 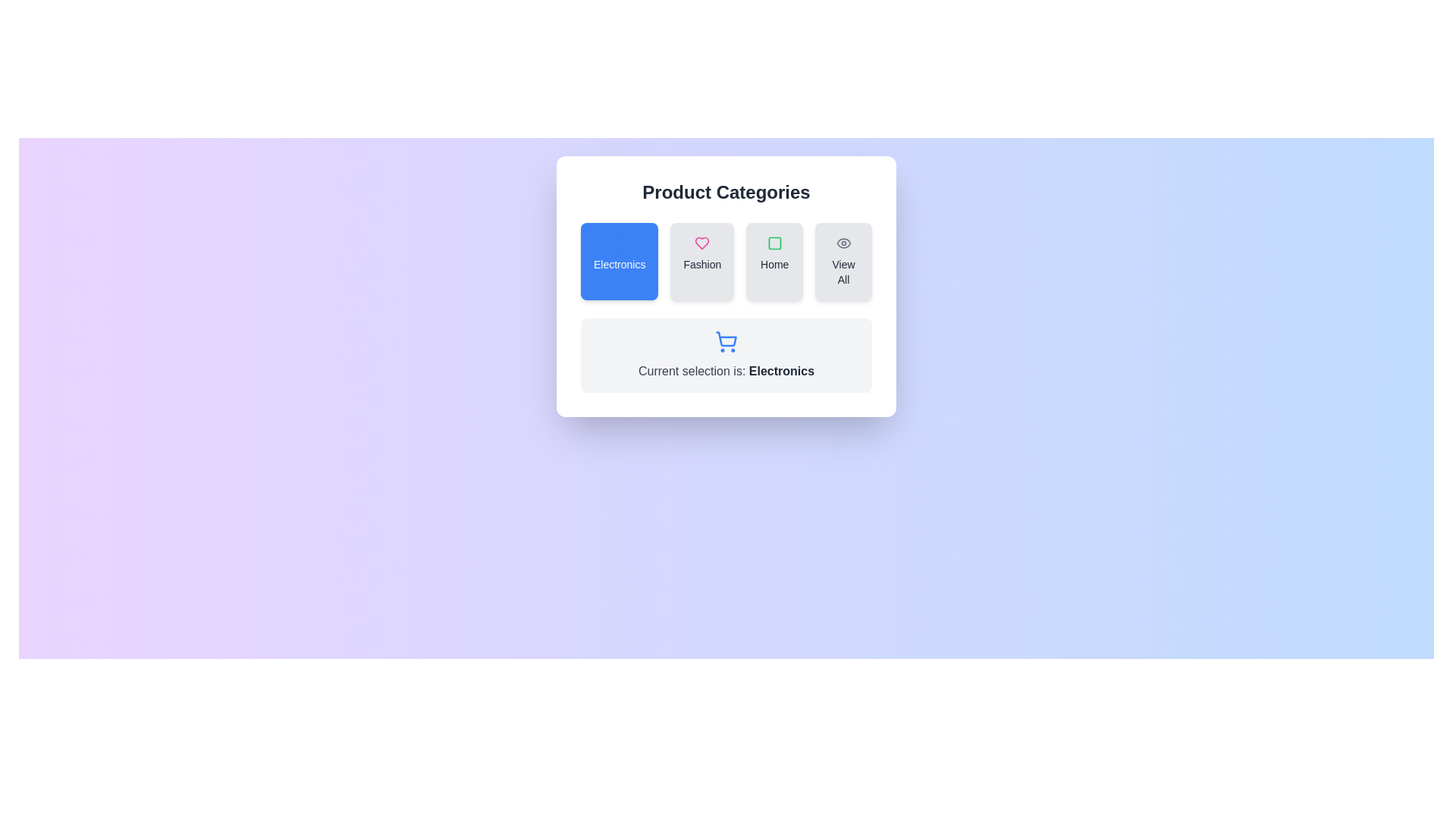 I want to click on the Informational card that displays the currently selected category, located below the category buttons in the 'Product Categories' section, so click(x=726, y=356).